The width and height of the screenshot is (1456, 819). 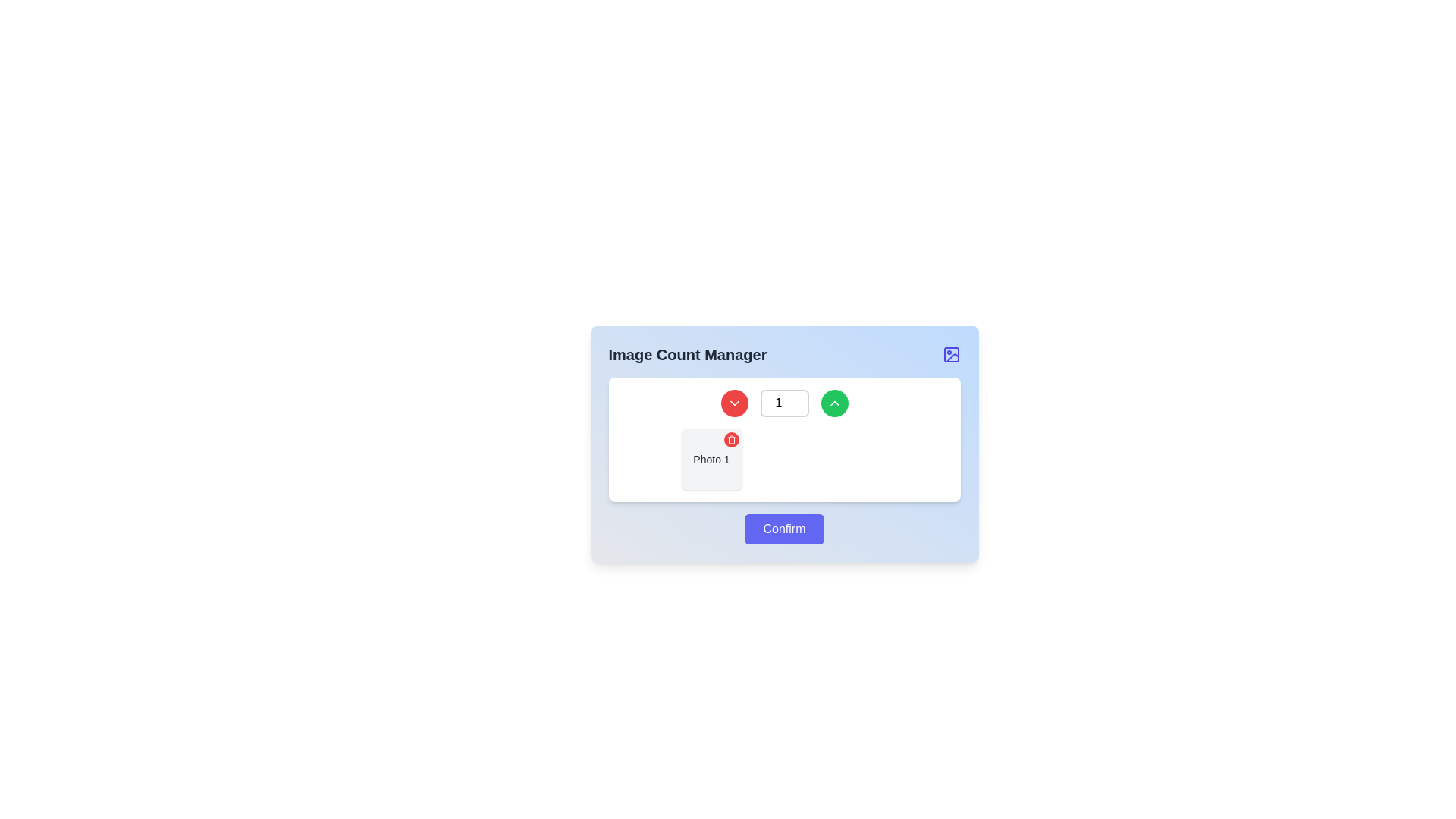 I want to click on the small indigo blue icon resembling a picture frame with a mountain and a circle located in the upper-right corner of the 'Image Count Manager' panel, so click(x=950, y=354).